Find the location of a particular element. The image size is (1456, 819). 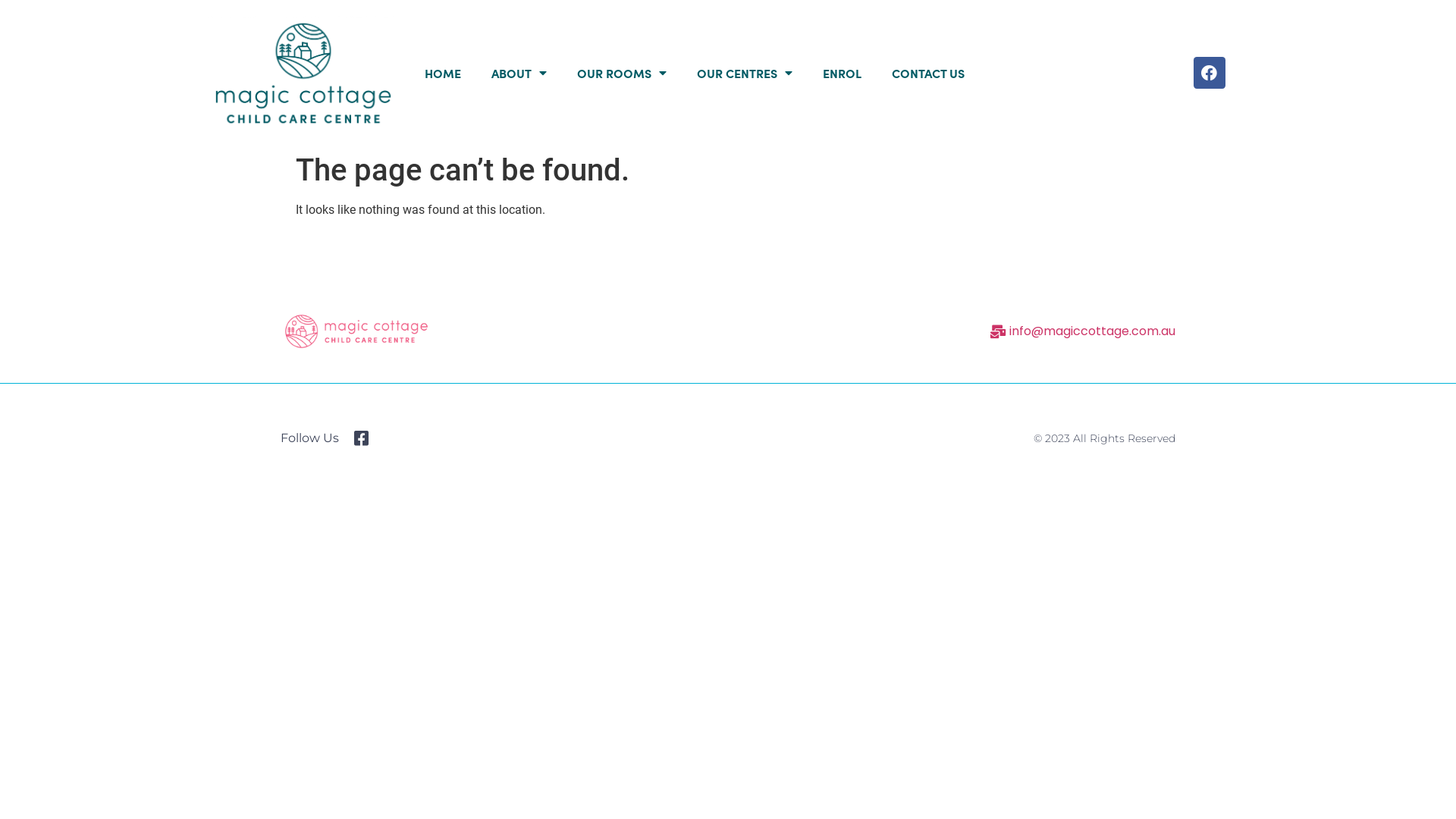

'OUR CENTRES' is located at coordinates (745, 73).